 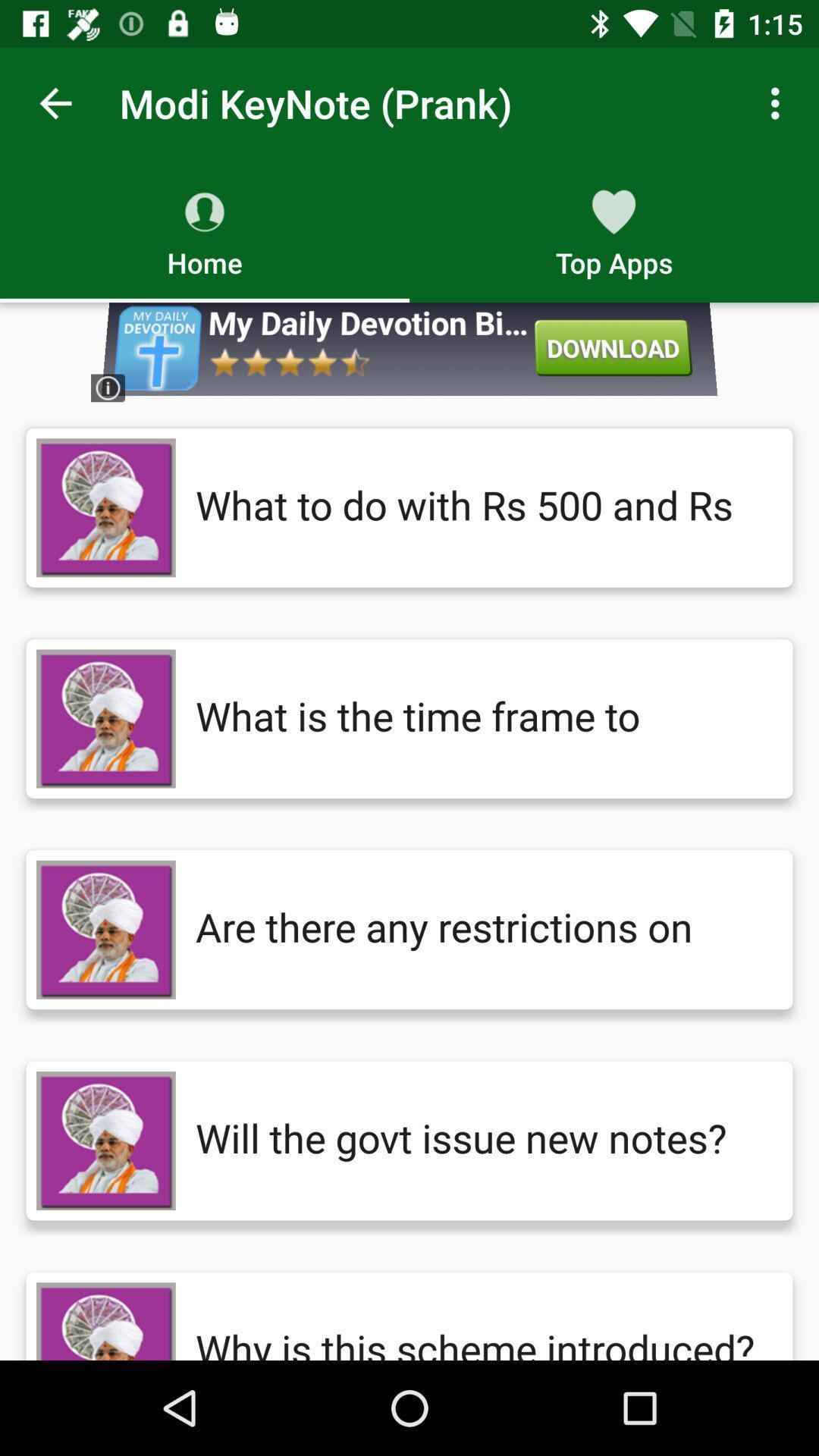 What do you see at coordinates (479, 1320) in the screenshot?
I see `the why is this item` at bounding box center [479, 1320].